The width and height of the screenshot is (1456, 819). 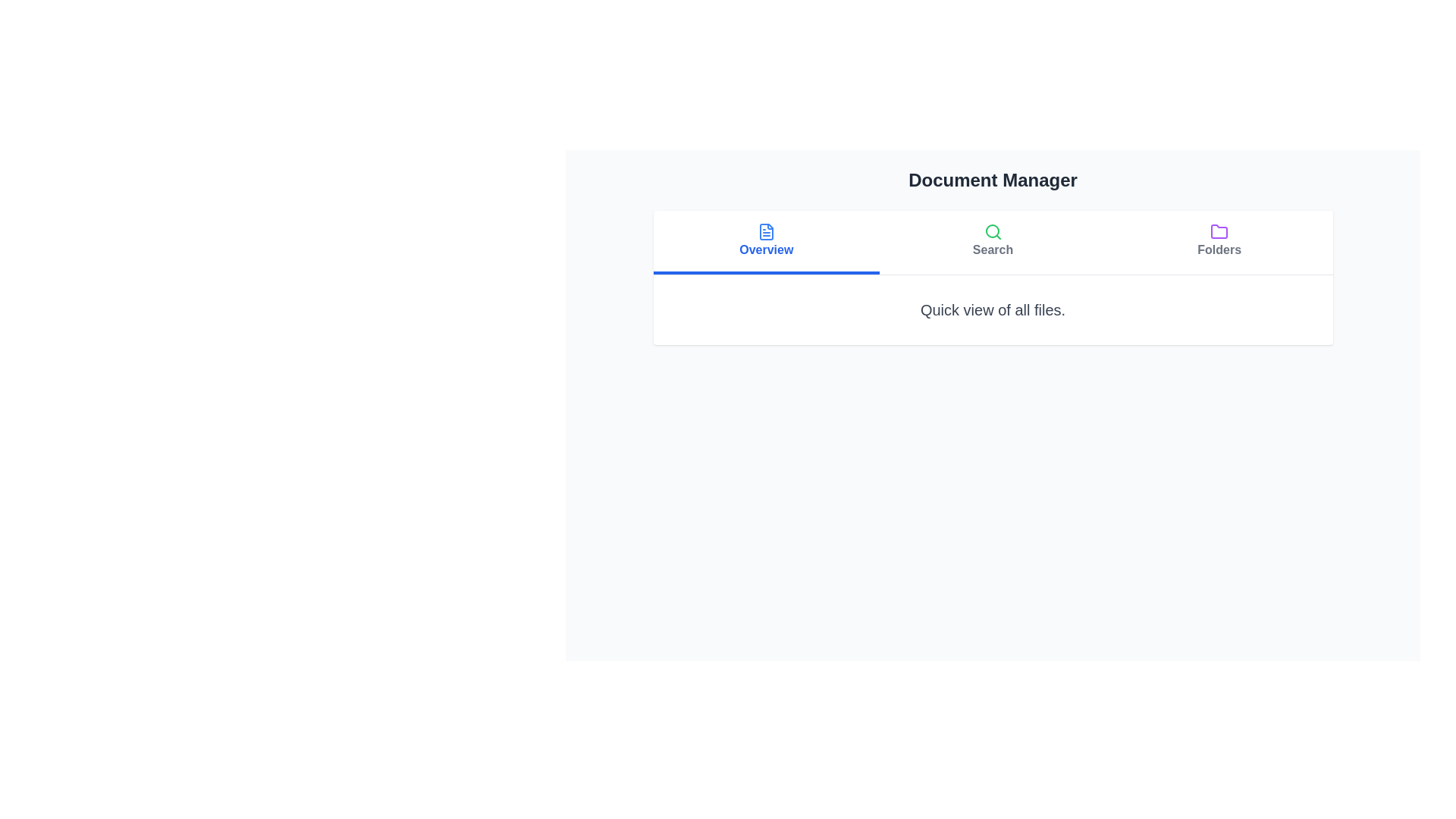 What do you see at coordinates (993, 242) in the screenshot?
I see `the 'Search' tab in the navigation bar, which features a green magnifying glass icon and is centrally positioned between 'Overview' and 'Folders'` at bounding box center [993, 242].